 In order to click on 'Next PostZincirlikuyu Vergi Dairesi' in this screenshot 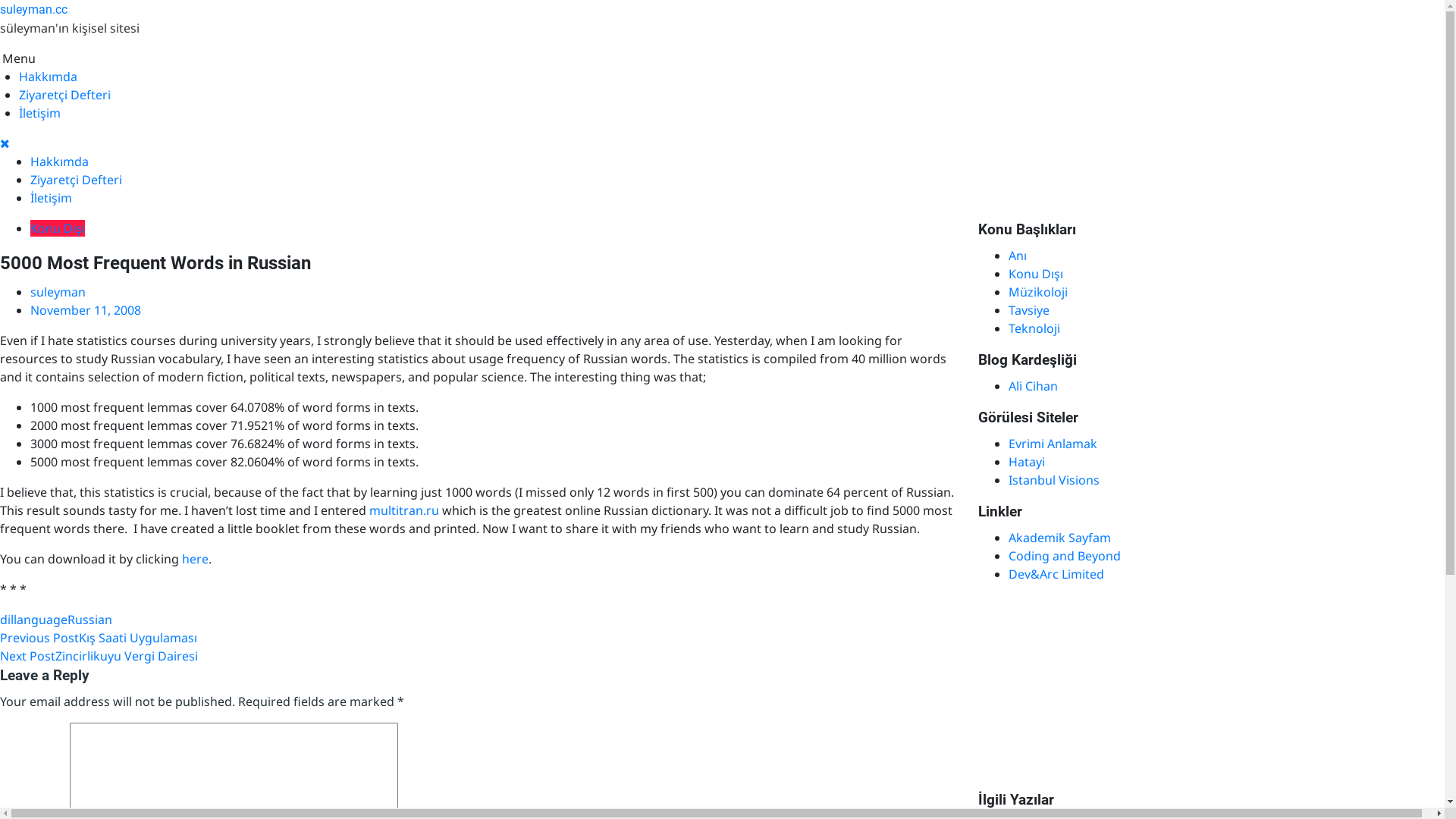, I will do `click(98, 654)`.